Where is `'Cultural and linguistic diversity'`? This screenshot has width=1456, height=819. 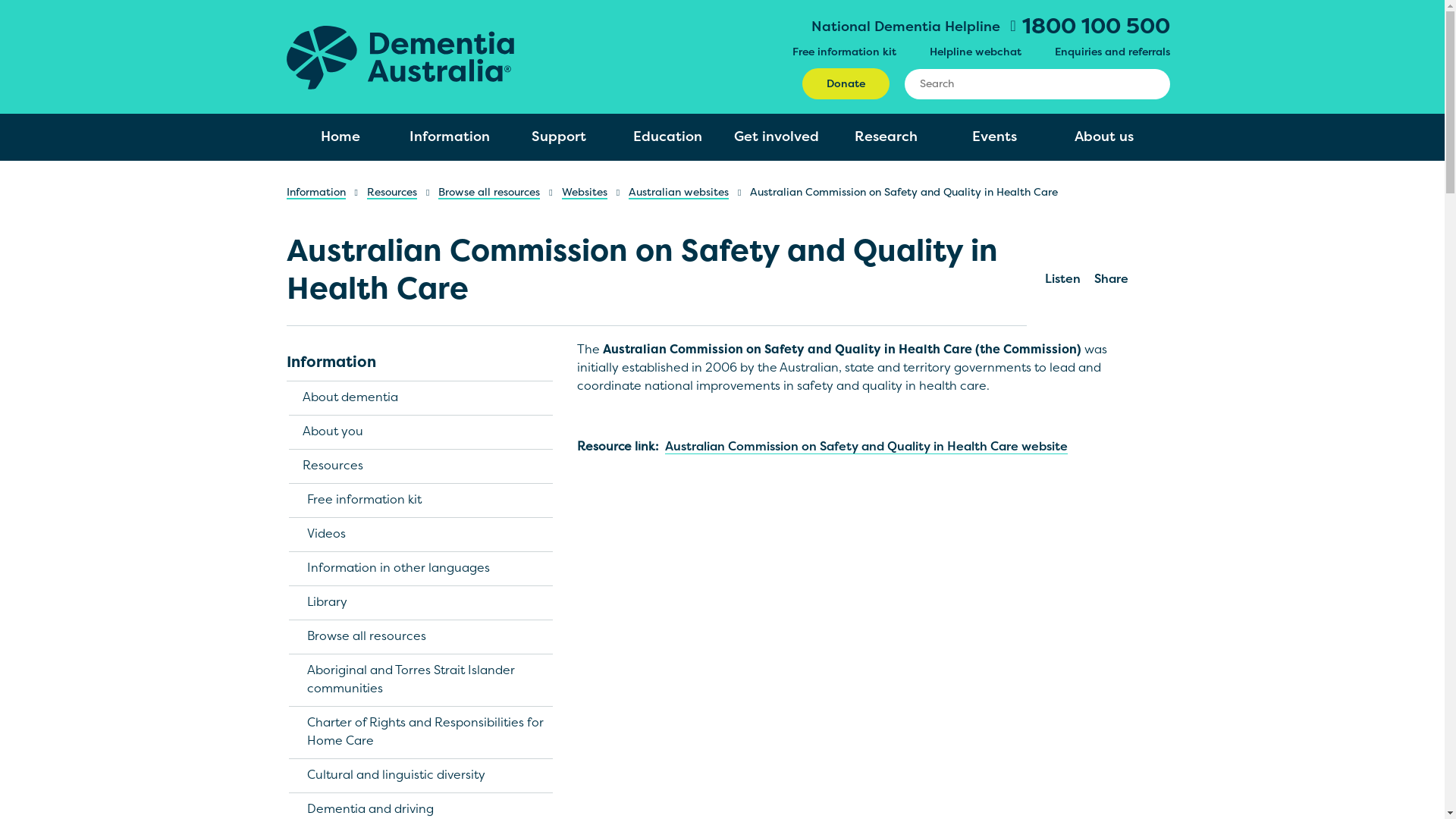 'Cultural and linguistic diversity' is located at coordinates (421, 776).